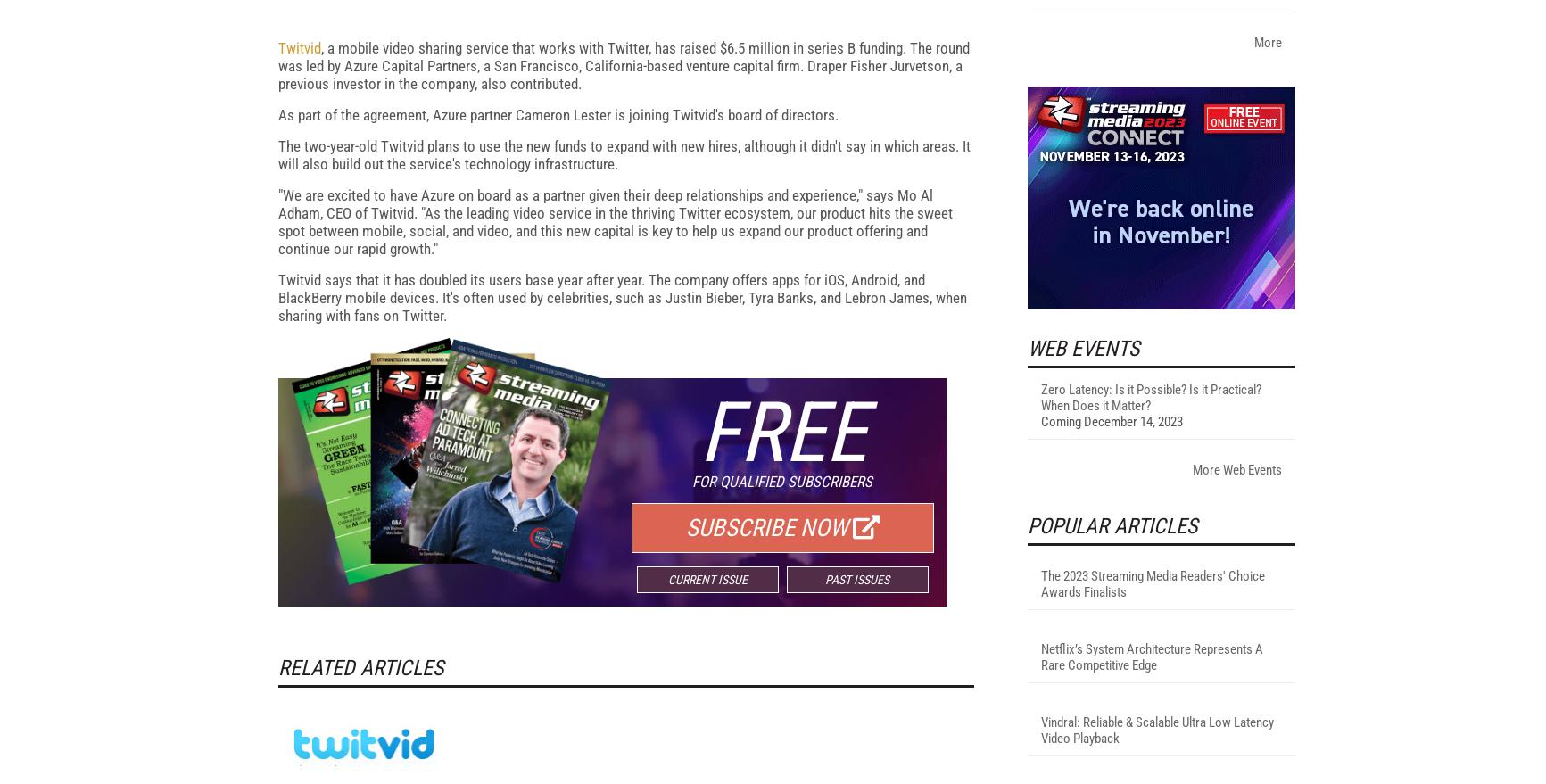  What do you see at coordinates (1191, 703) in the screenshot?
I see `'More Web Events'` at bounding box center [1191, 703].